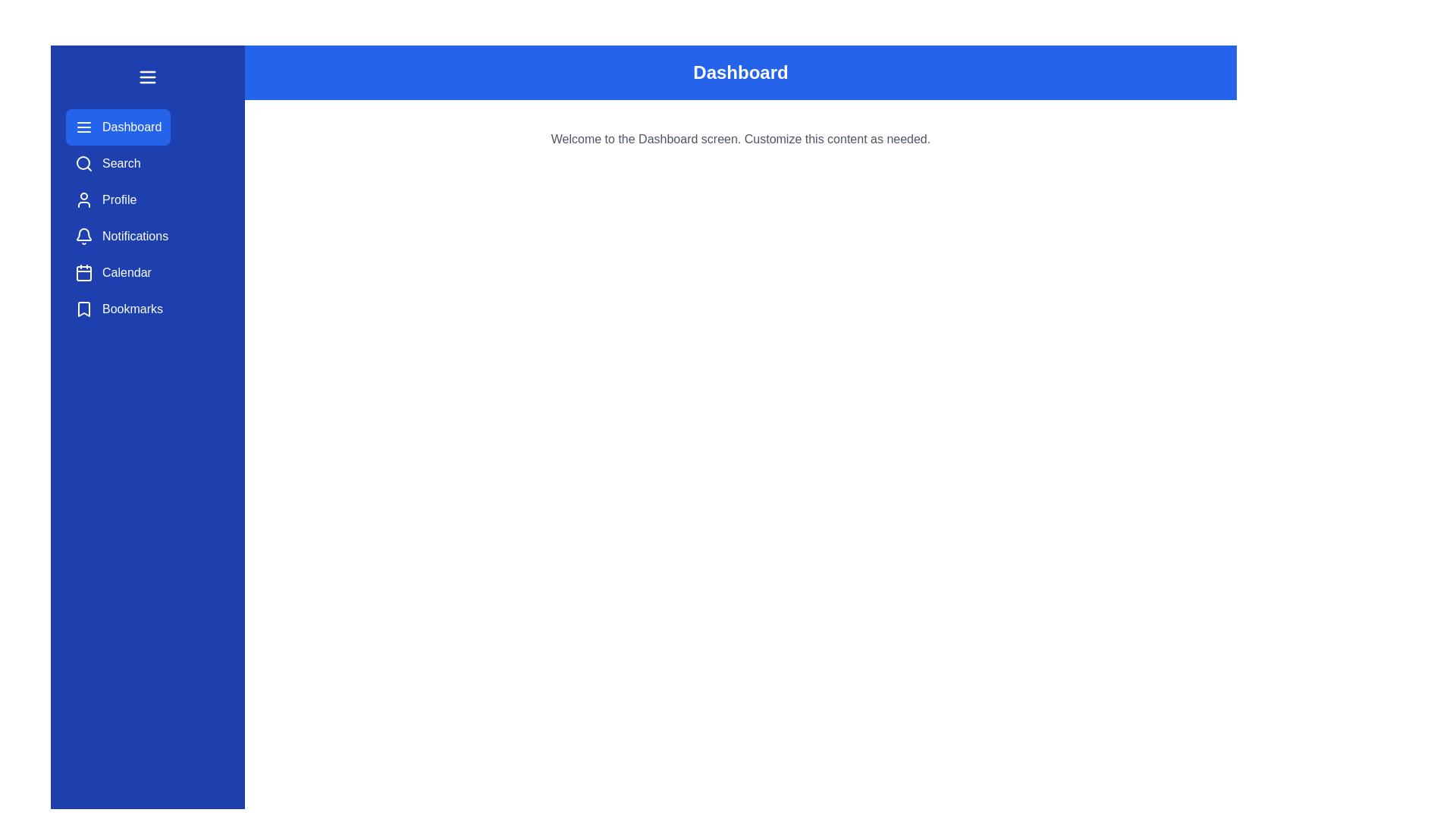 The image size is (1456, 819). What do you see at coordinates (148, 77) in the screenshot?
I see `the Hamburger Menu icon located at the top-left section of the interface` at bounding box center [148, 77].